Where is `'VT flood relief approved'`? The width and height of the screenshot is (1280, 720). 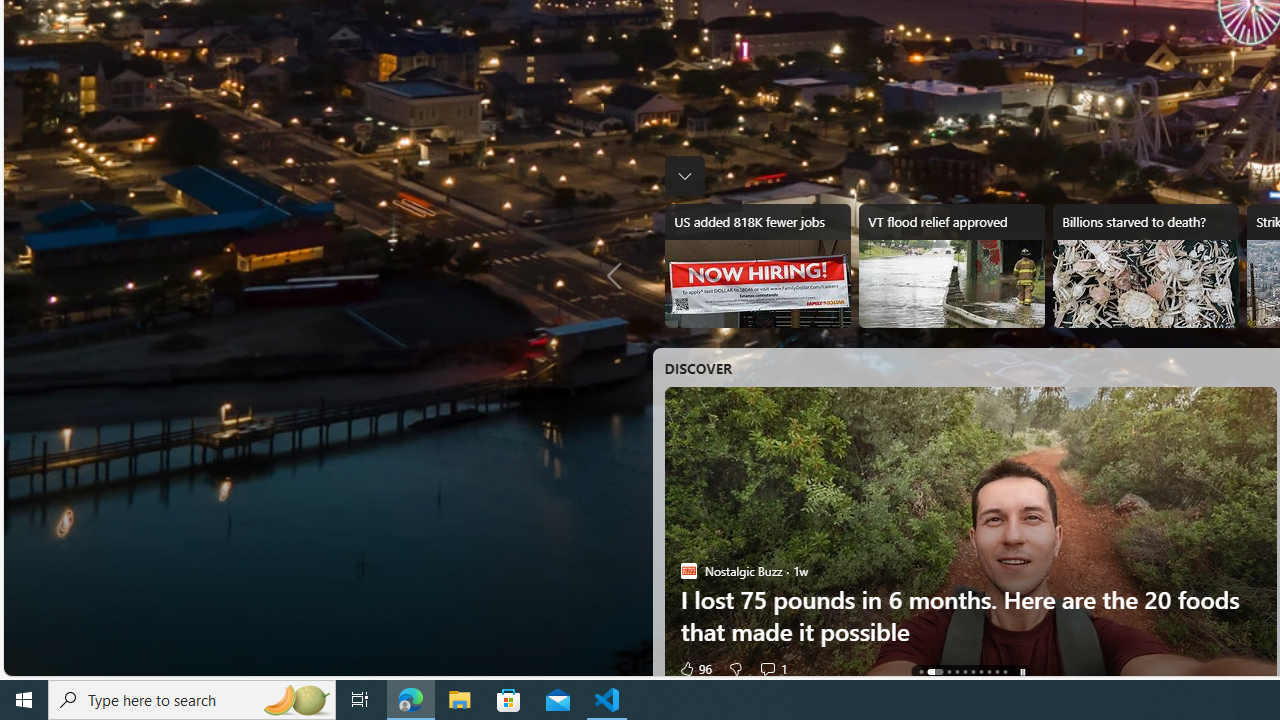 'VT flood relief approved' is located at coordinates (950, 265).